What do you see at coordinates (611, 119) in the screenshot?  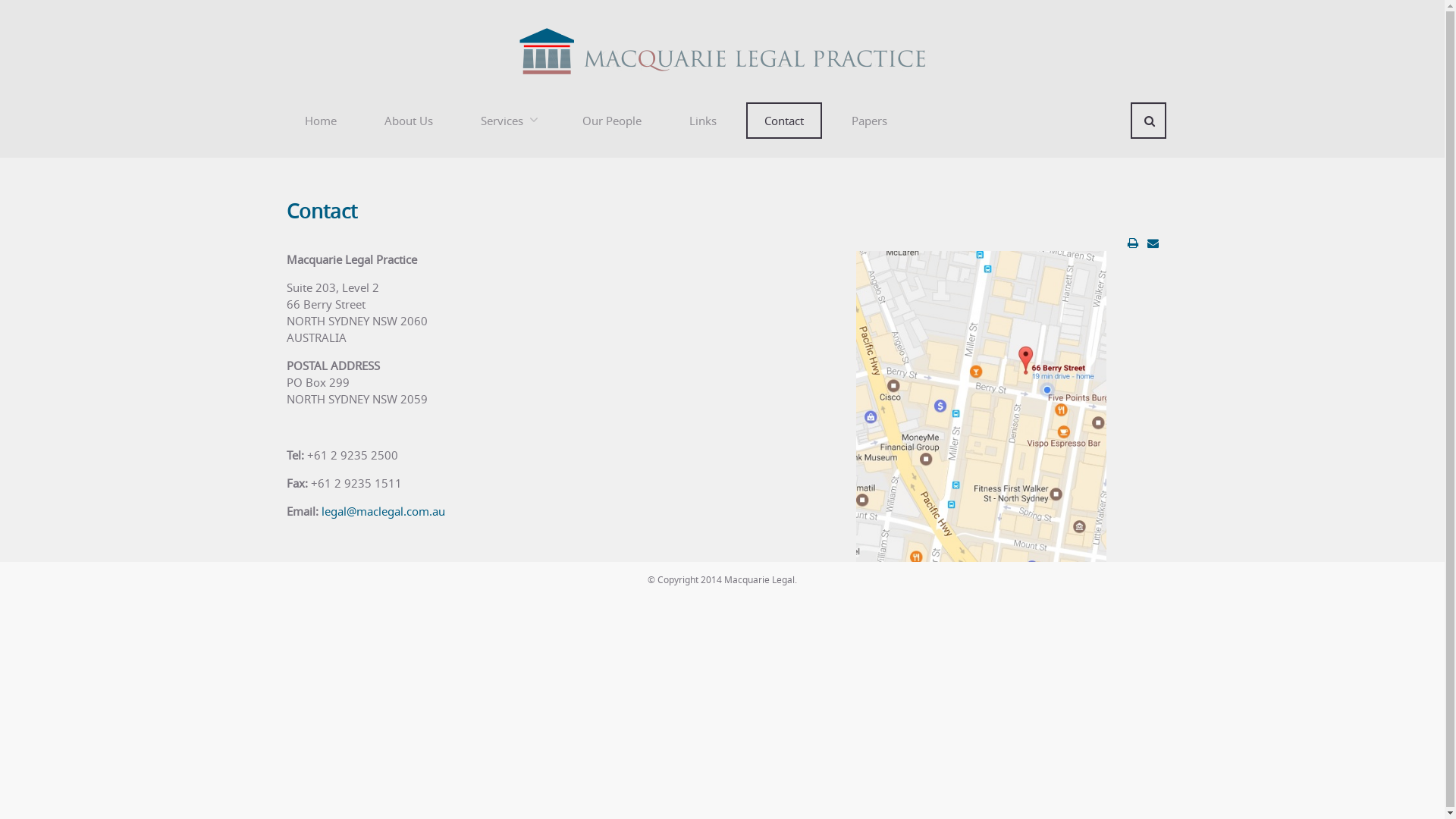 I see `'Our People'` at bounding box center [611, 119].